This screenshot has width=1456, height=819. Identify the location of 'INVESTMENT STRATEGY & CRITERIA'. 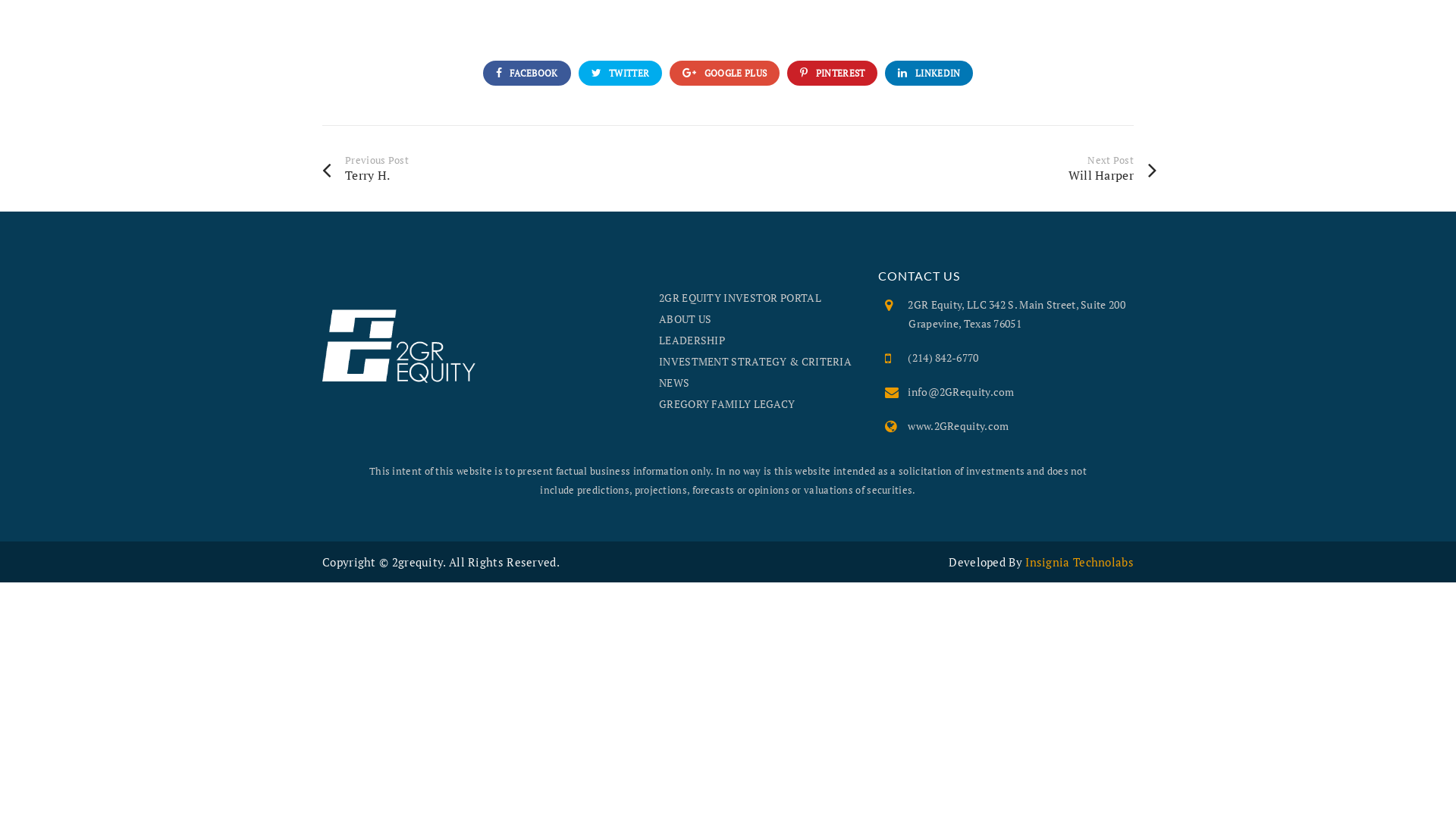
(658, 361).